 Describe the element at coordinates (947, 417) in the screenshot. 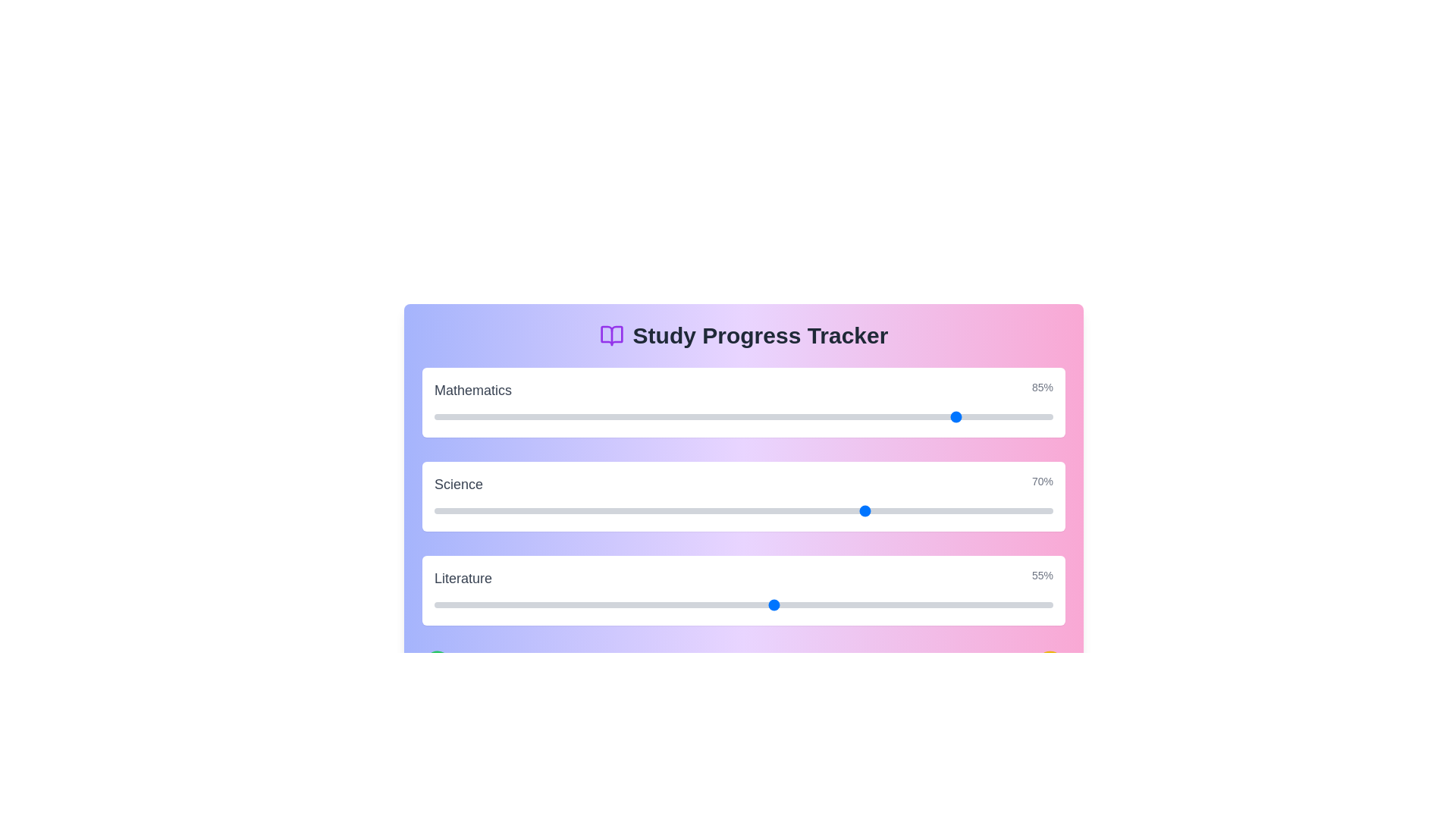

I see `the Mathematics progress slider to 83%` at that location.